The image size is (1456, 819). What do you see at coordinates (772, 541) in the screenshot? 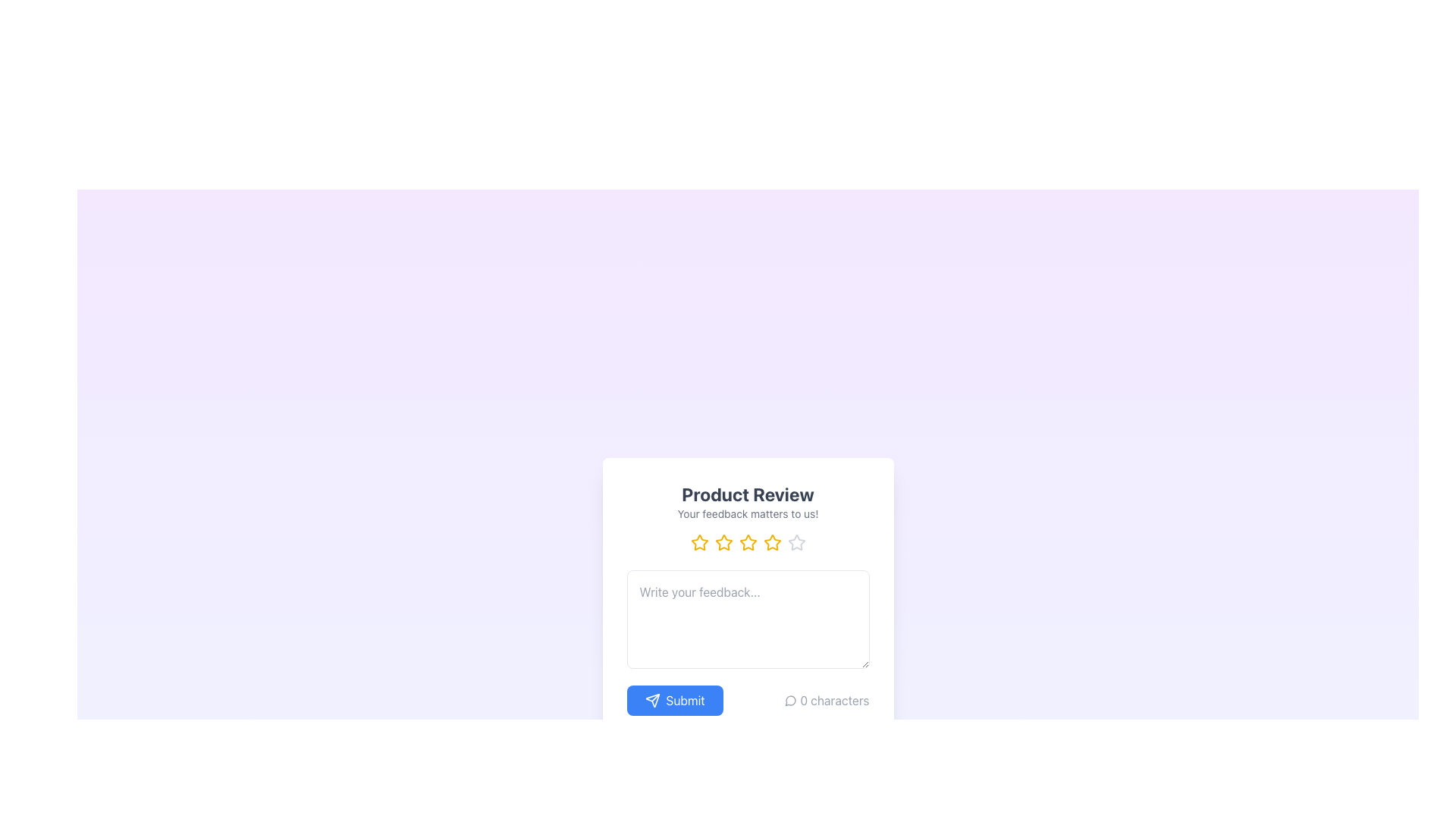
I see `the fourth rating star in the feedback form` at bounding box center [772, 541].